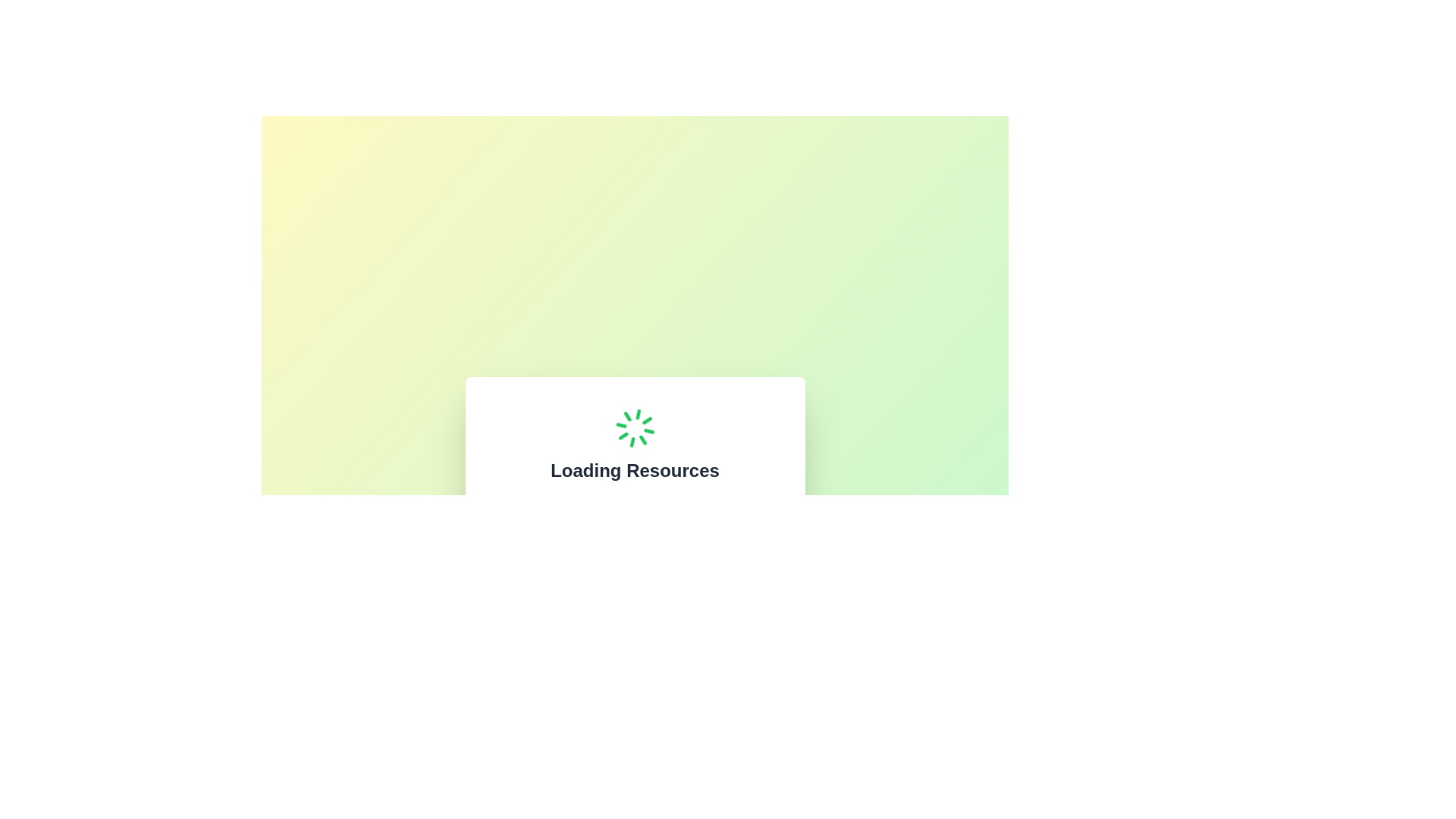 Image resolution: width=1456 pixels, height=819 pixels. Describe the element at coordinates (635, 428) in the screenshot. I see `the green circular loading spinner animation, which is centrally aligned above the 'Loading Resources' text within a white card overlay` at that location.